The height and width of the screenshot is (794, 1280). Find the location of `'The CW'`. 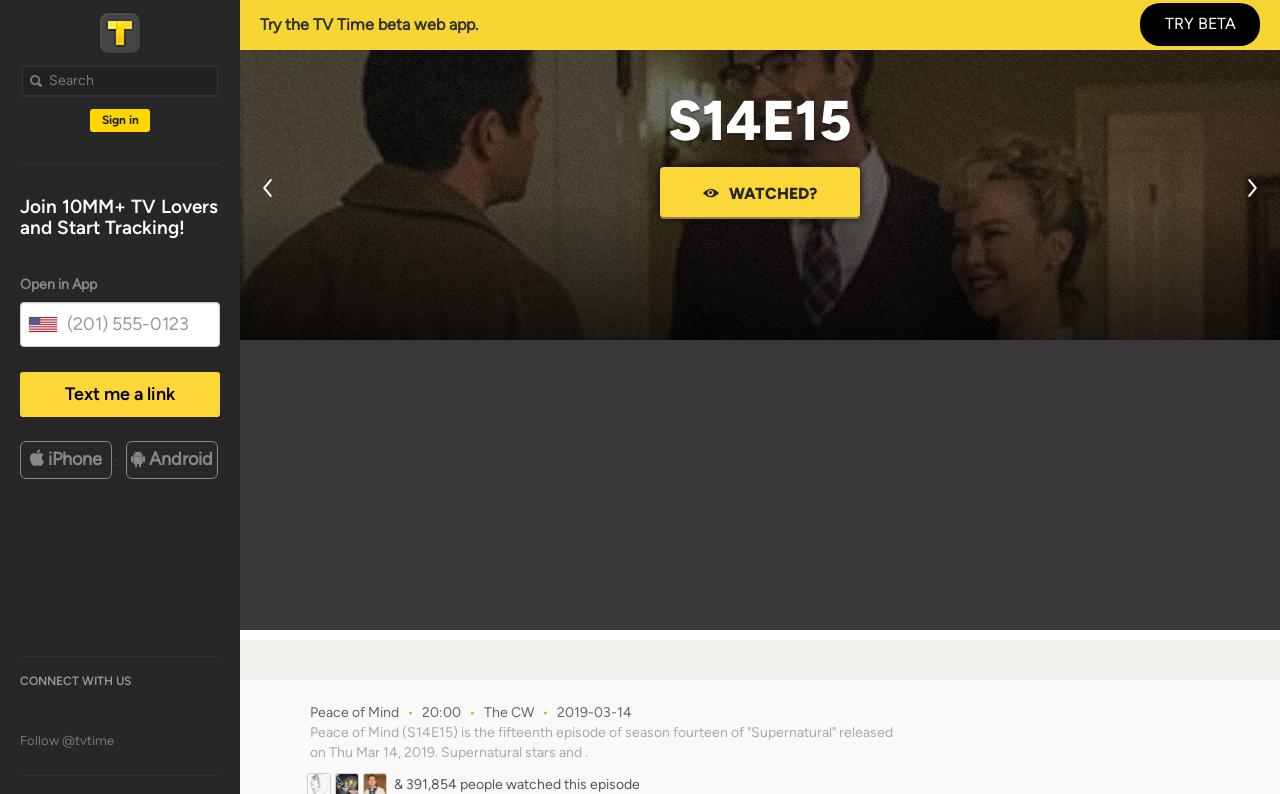

'The CW' is located at coordinates (509, 712).